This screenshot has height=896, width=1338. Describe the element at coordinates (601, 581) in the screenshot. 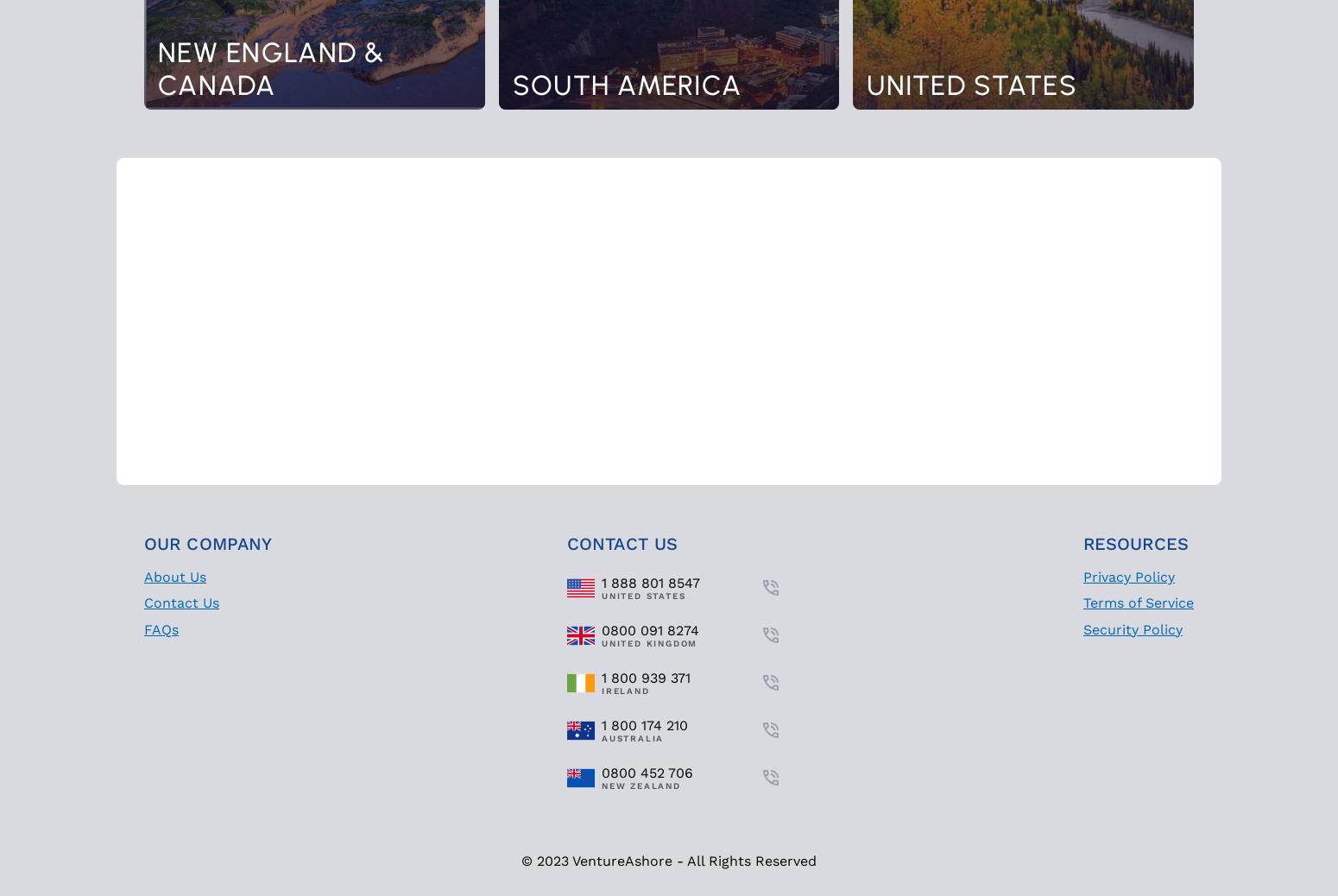

I see `'1 888 801 8547'` at that location.